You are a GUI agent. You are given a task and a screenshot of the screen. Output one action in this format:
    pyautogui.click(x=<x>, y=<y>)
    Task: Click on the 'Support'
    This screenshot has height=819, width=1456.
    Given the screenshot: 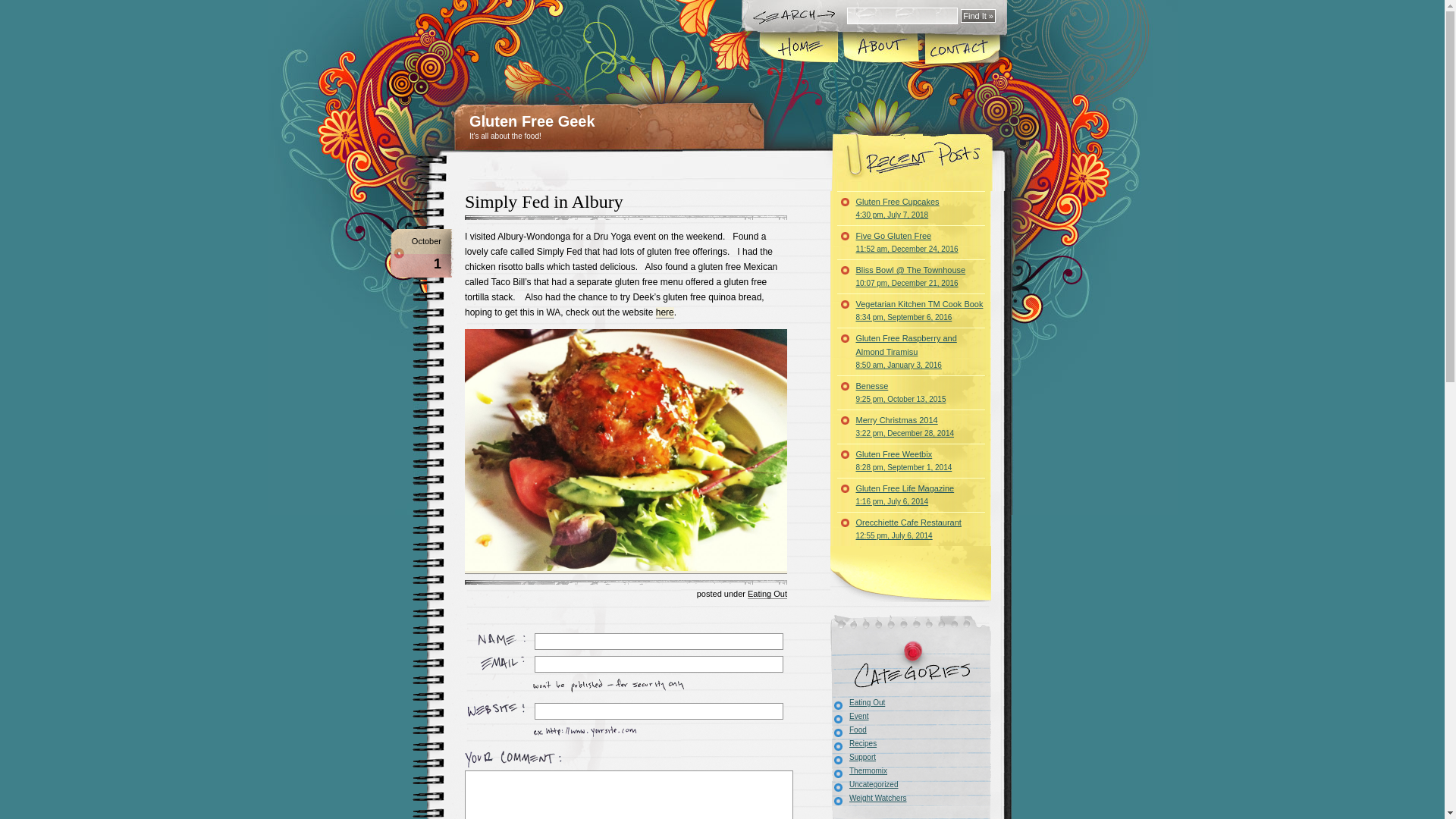 What is the action you would take?
    pyautogui.click(x=829, y=757)
    